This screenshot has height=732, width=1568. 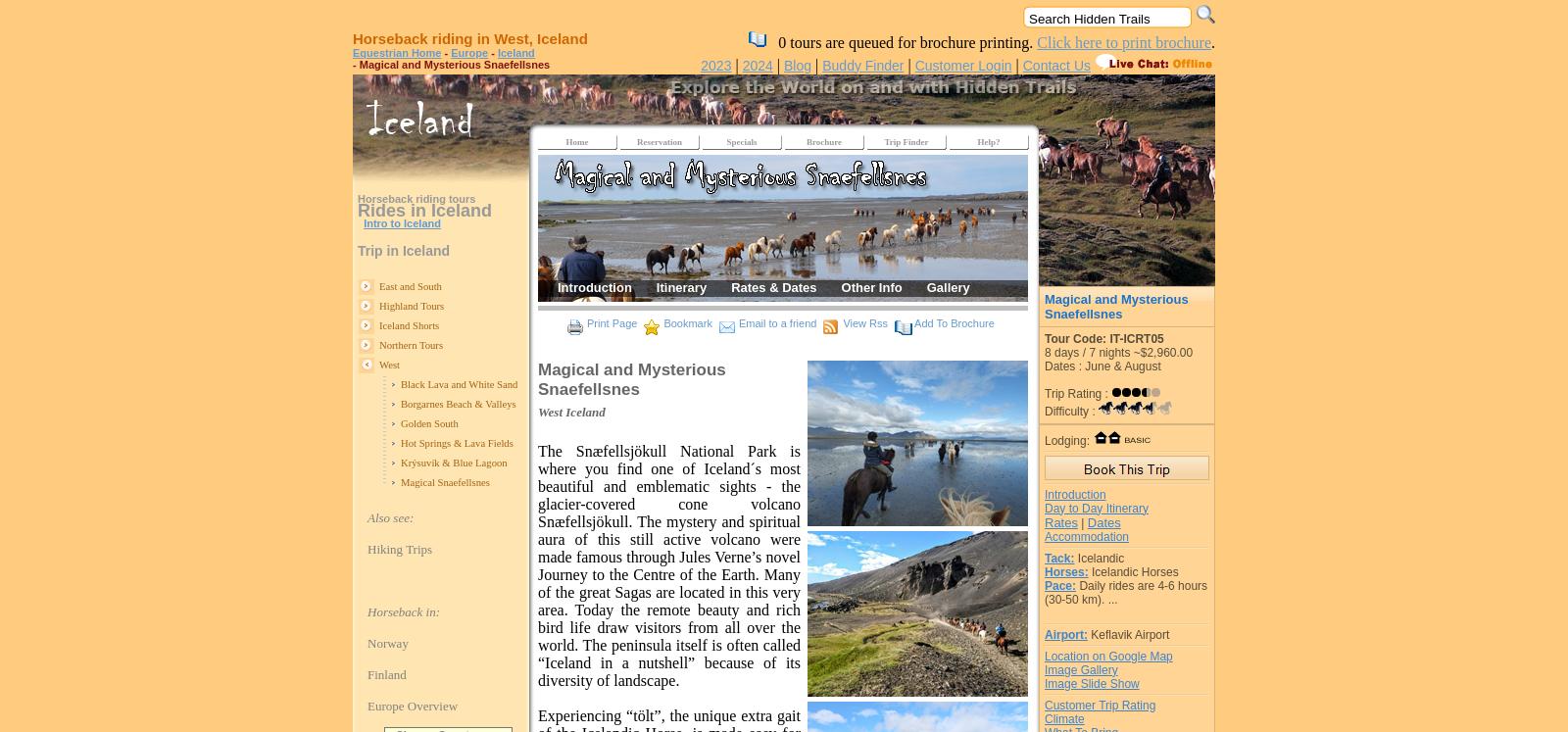 I want to click on 'Highland Tours', so click(x=411, y=305).